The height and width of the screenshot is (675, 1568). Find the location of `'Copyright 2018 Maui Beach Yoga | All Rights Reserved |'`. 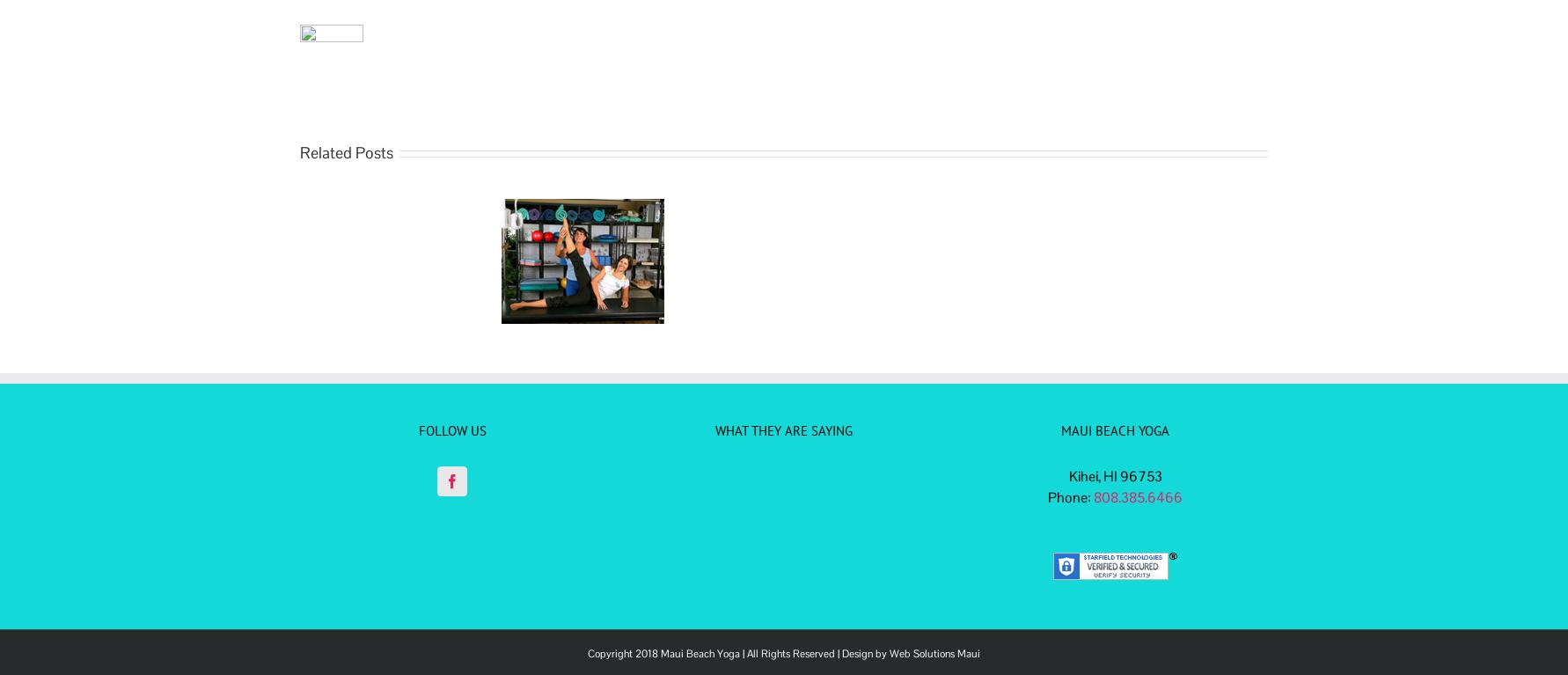

'Copyright 2018 Maui Beach Yoga | All Rights Reserved |' is located at coordinates (714, 652).